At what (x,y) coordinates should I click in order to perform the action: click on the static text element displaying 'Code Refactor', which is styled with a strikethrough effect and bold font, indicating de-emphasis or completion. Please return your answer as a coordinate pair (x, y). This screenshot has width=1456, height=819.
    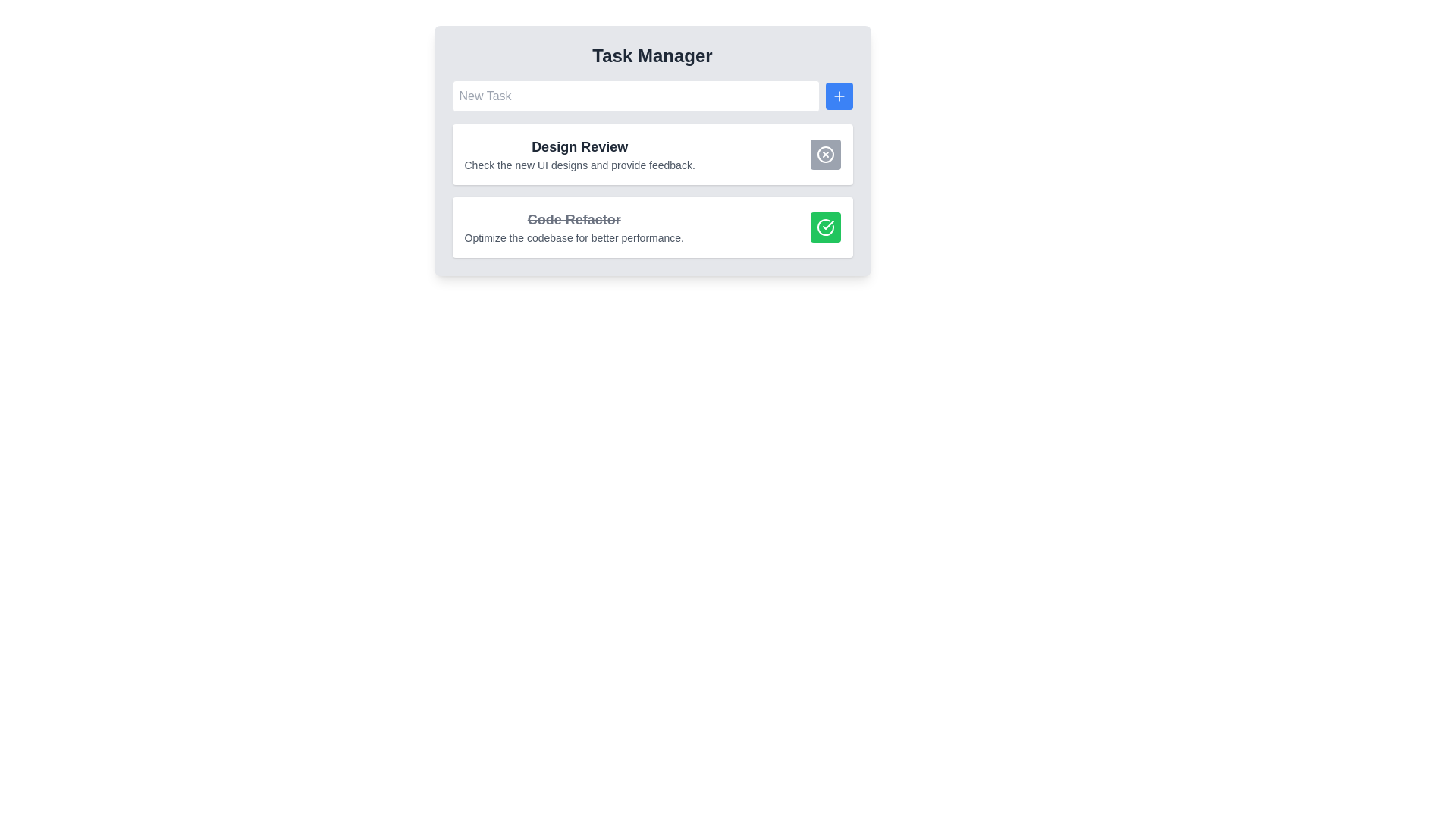
    Looking at the image, I should click on (573, 219).